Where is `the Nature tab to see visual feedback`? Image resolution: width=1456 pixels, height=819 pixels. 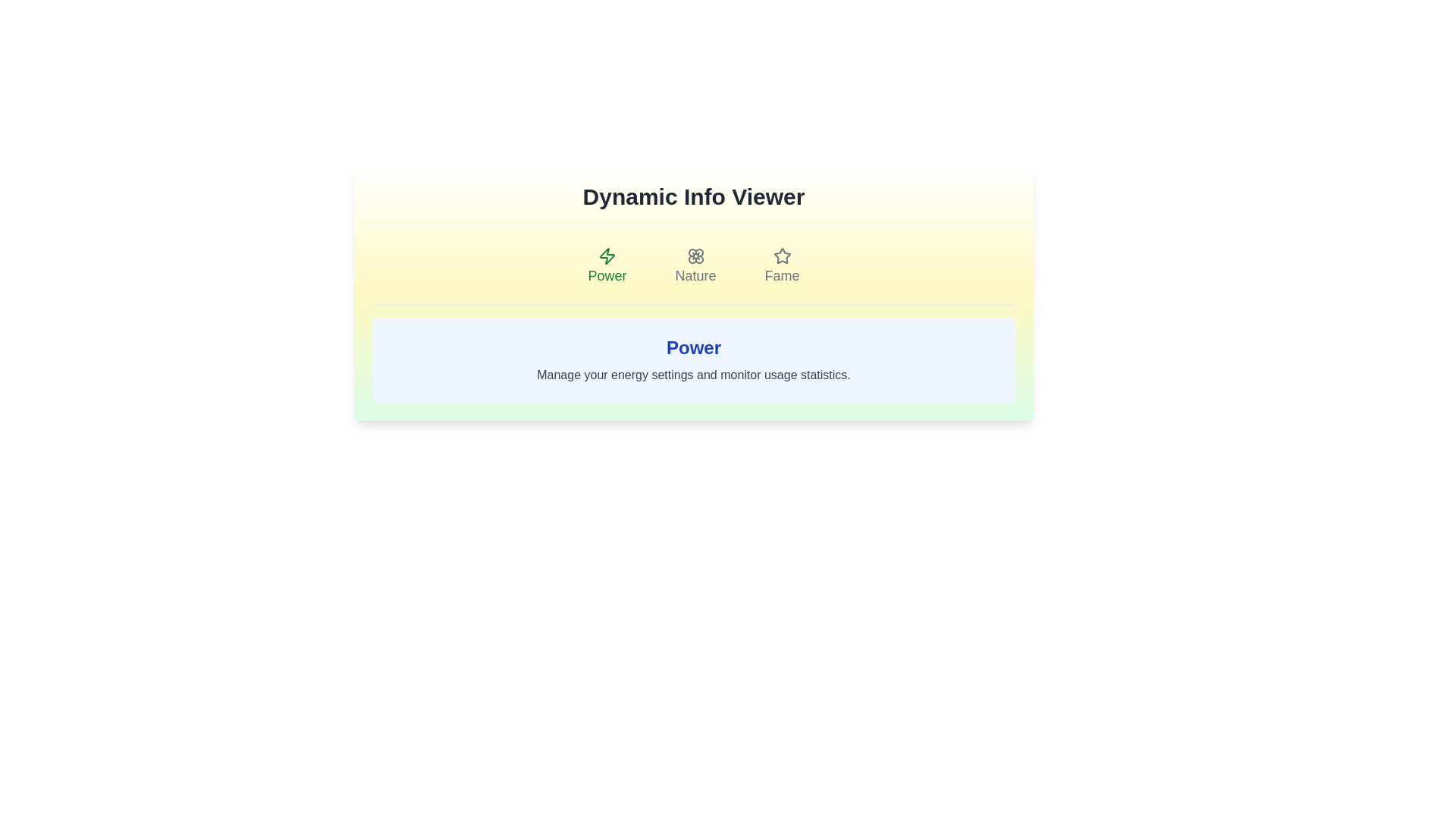
the Nature tab to see visual feedback is located at coordinates (694, 265).